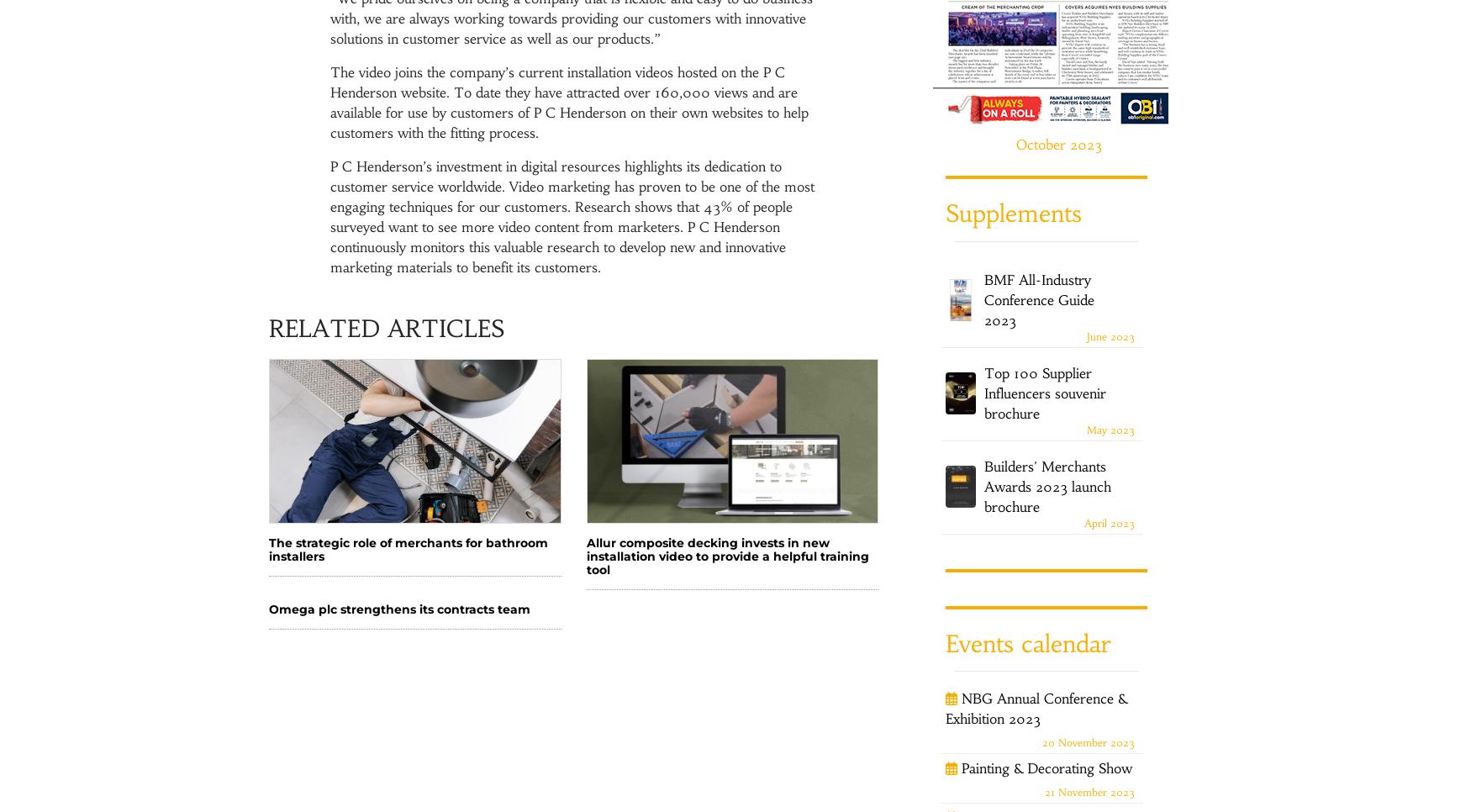 The height and width of the screenshot is (812, 1471). I want to click on 'Events calendar', so click(1028, 642).